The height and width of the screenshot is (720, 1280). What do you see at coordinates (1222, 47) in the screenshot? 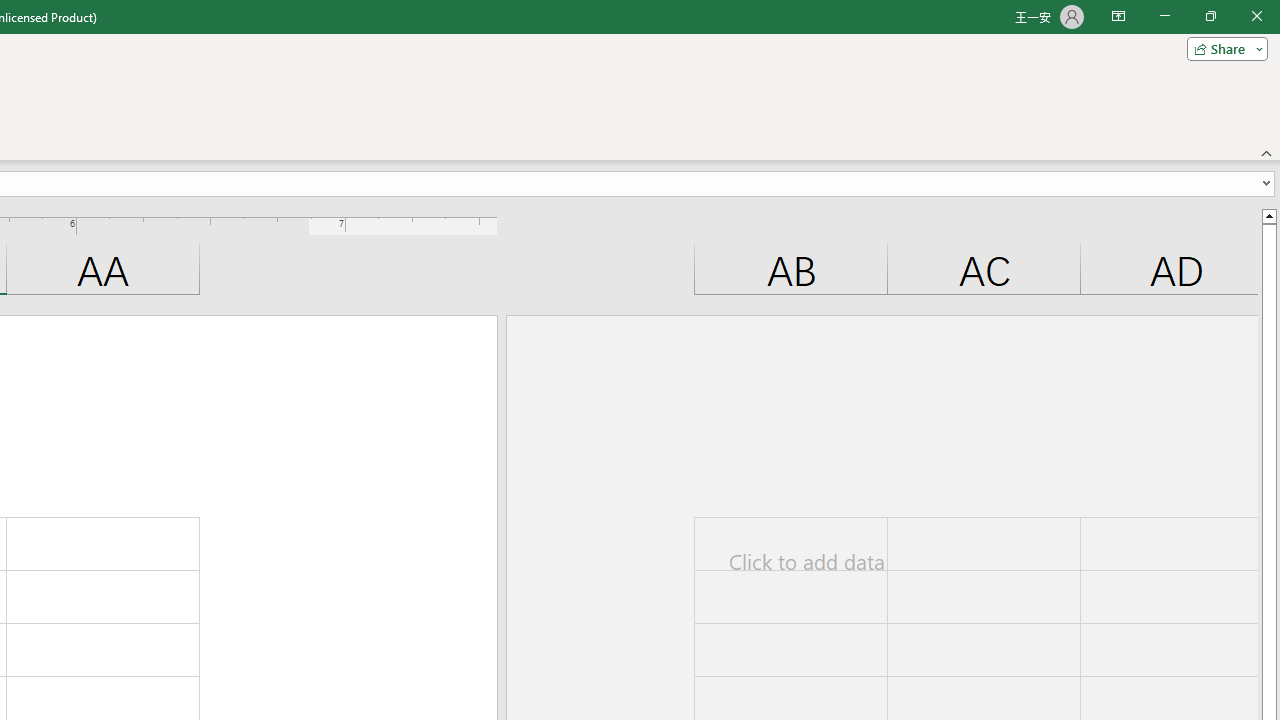
I see `'Share'` at bounding box center [1222, 47].